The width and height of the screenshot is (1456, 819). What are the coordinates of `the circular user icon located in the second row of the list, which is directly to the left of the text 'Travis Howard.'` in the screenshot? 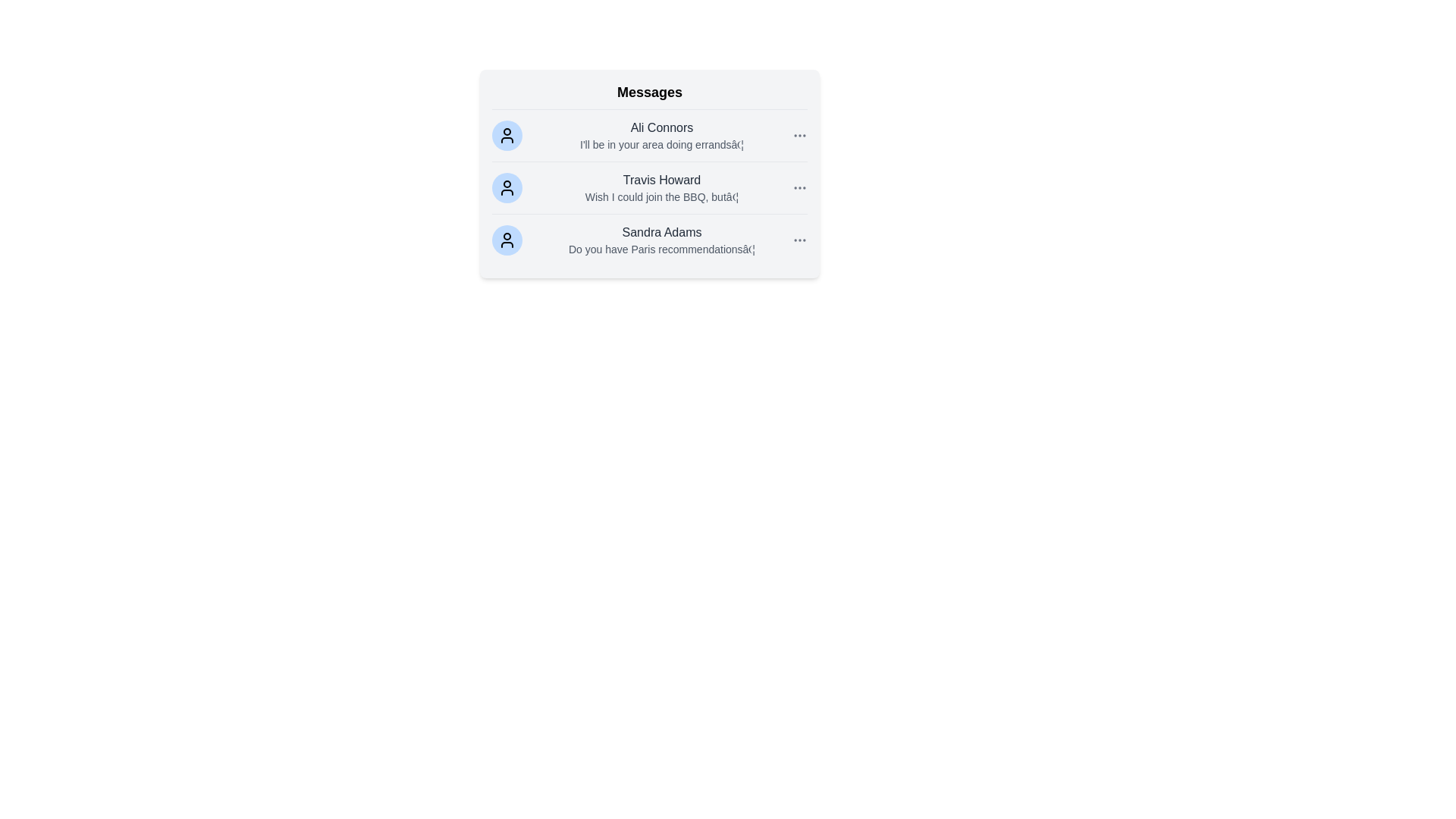 It's located at (507, 187).